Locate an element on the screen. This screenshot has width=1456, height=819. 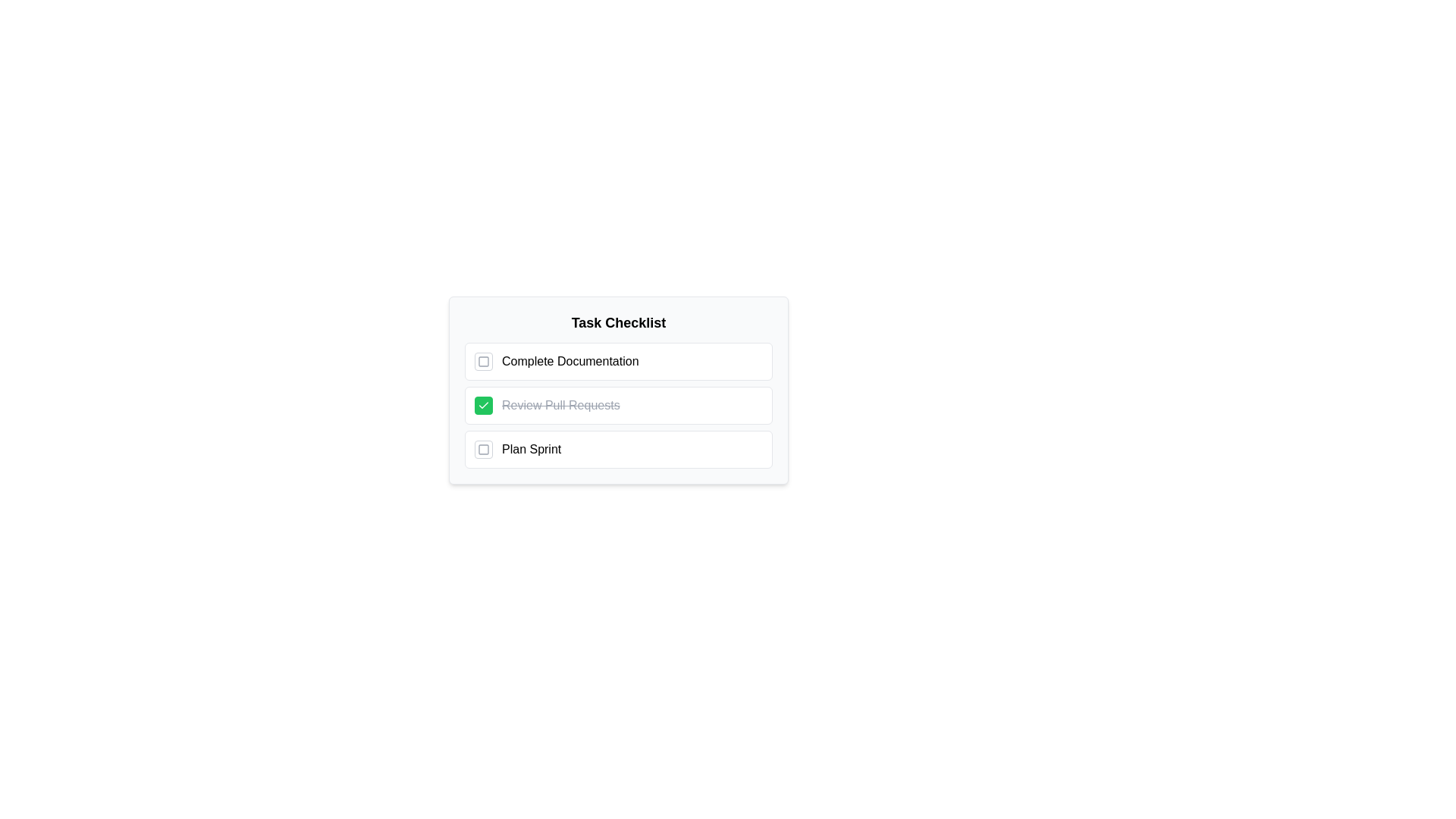
the small square icon with a thin-lined gray outline located within the 'Plan Sprint' button in the checklist interface is located at coordinates (483, 449).